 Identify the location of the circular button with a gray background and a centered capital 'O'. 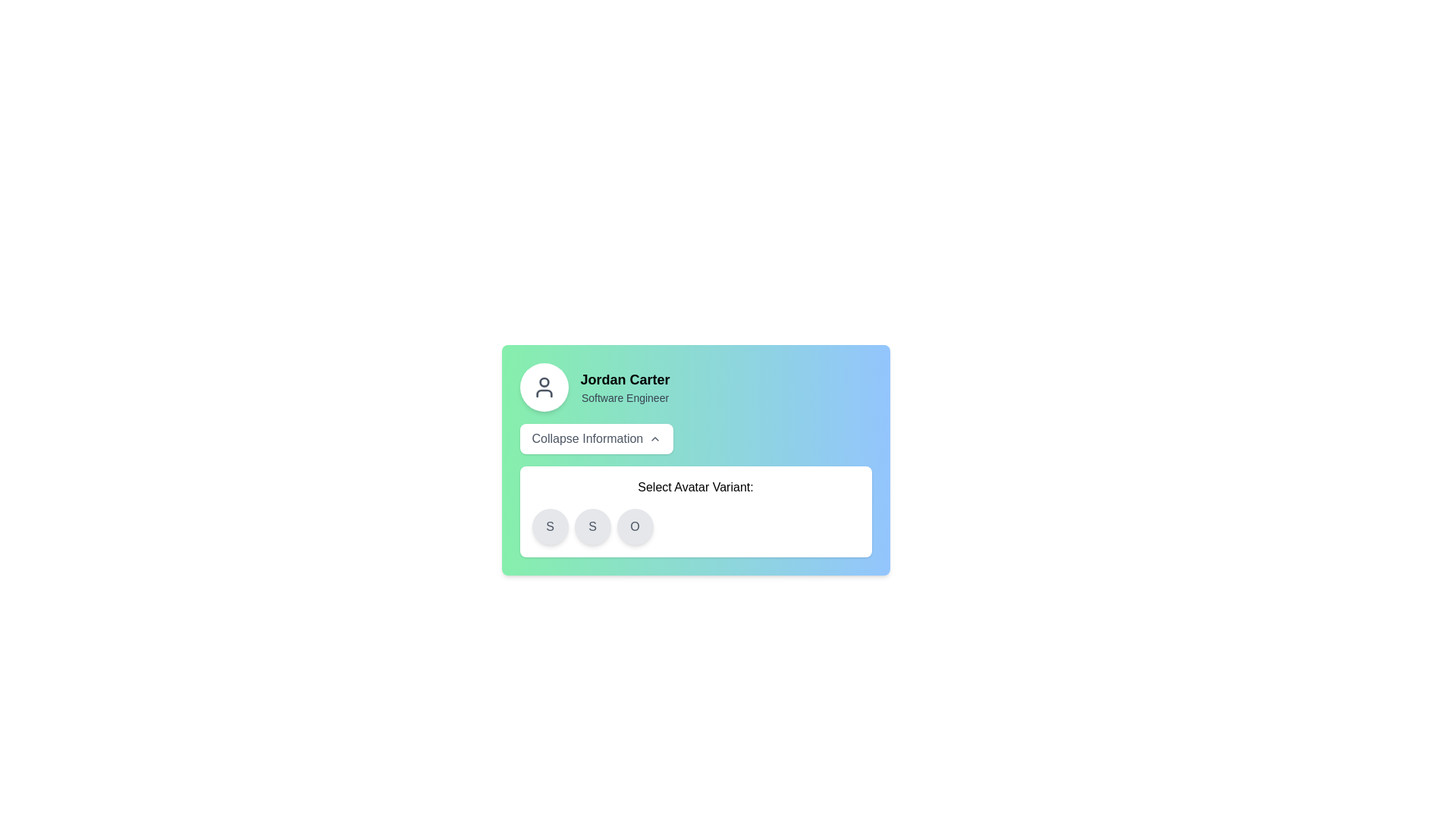
(635, 526).